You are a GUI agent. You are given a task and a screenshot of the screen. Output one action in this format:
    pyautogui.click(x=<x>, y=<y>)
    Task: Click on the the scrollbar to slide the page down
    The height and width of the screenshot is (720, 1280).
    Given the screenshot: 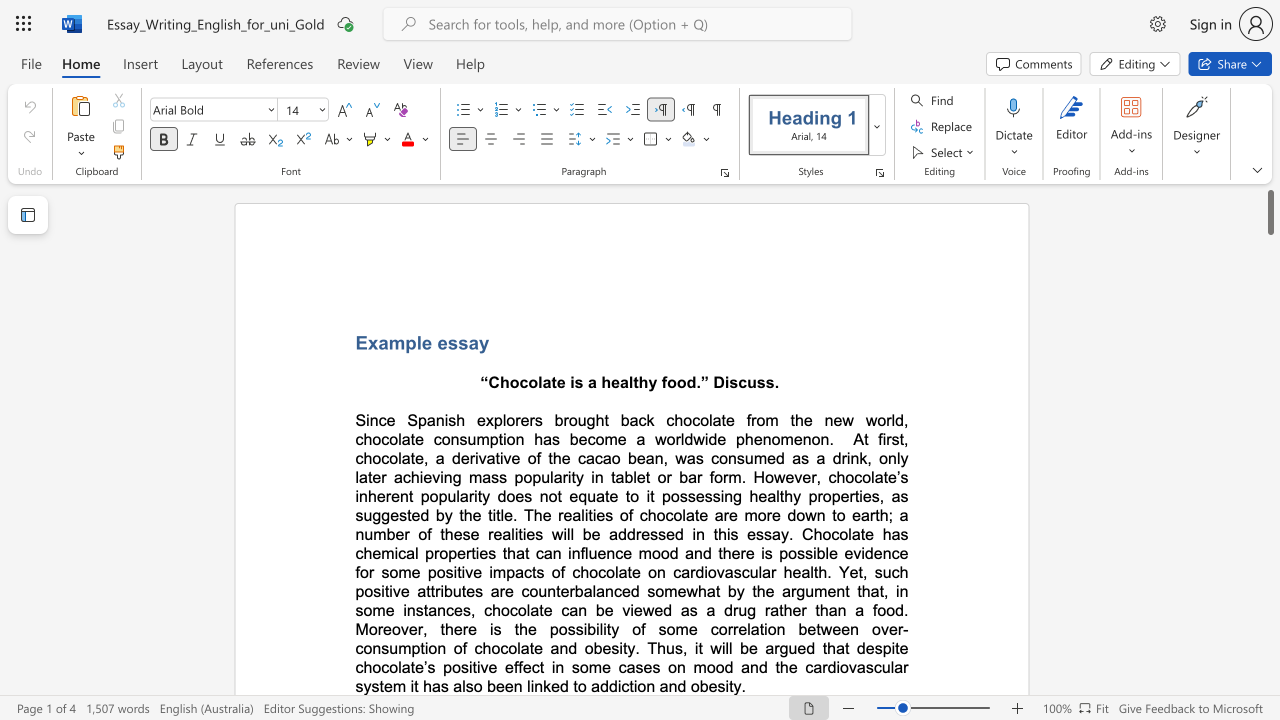 What is the action you would take?
    pyautogui.click(x=1269, y=630)
    